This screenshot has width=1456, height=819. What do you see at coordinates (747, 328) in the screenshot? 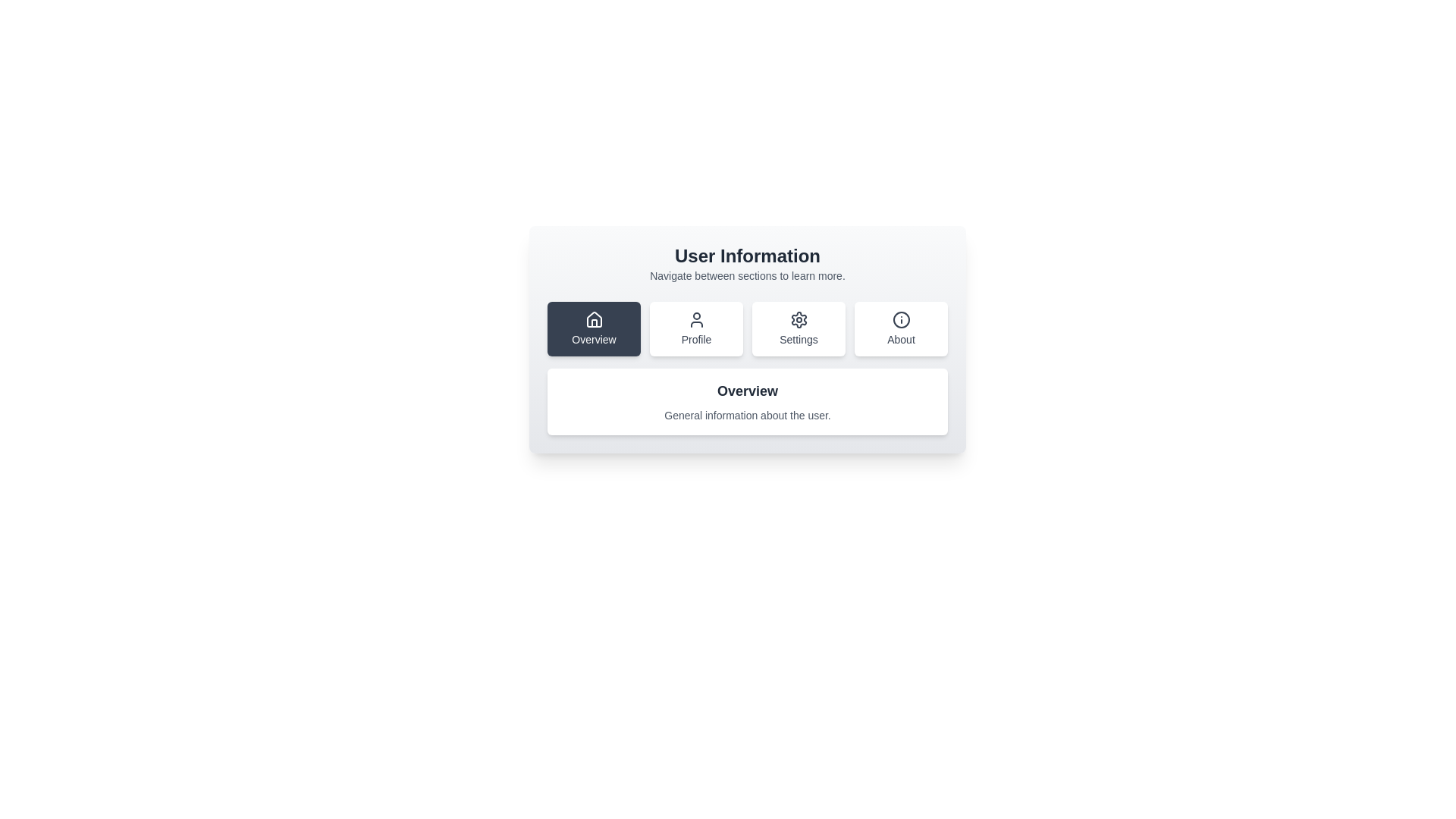
I see `the button in the navigation bar to switch to the corresponding section of the User Information interface` at bounding box center [747, 328].